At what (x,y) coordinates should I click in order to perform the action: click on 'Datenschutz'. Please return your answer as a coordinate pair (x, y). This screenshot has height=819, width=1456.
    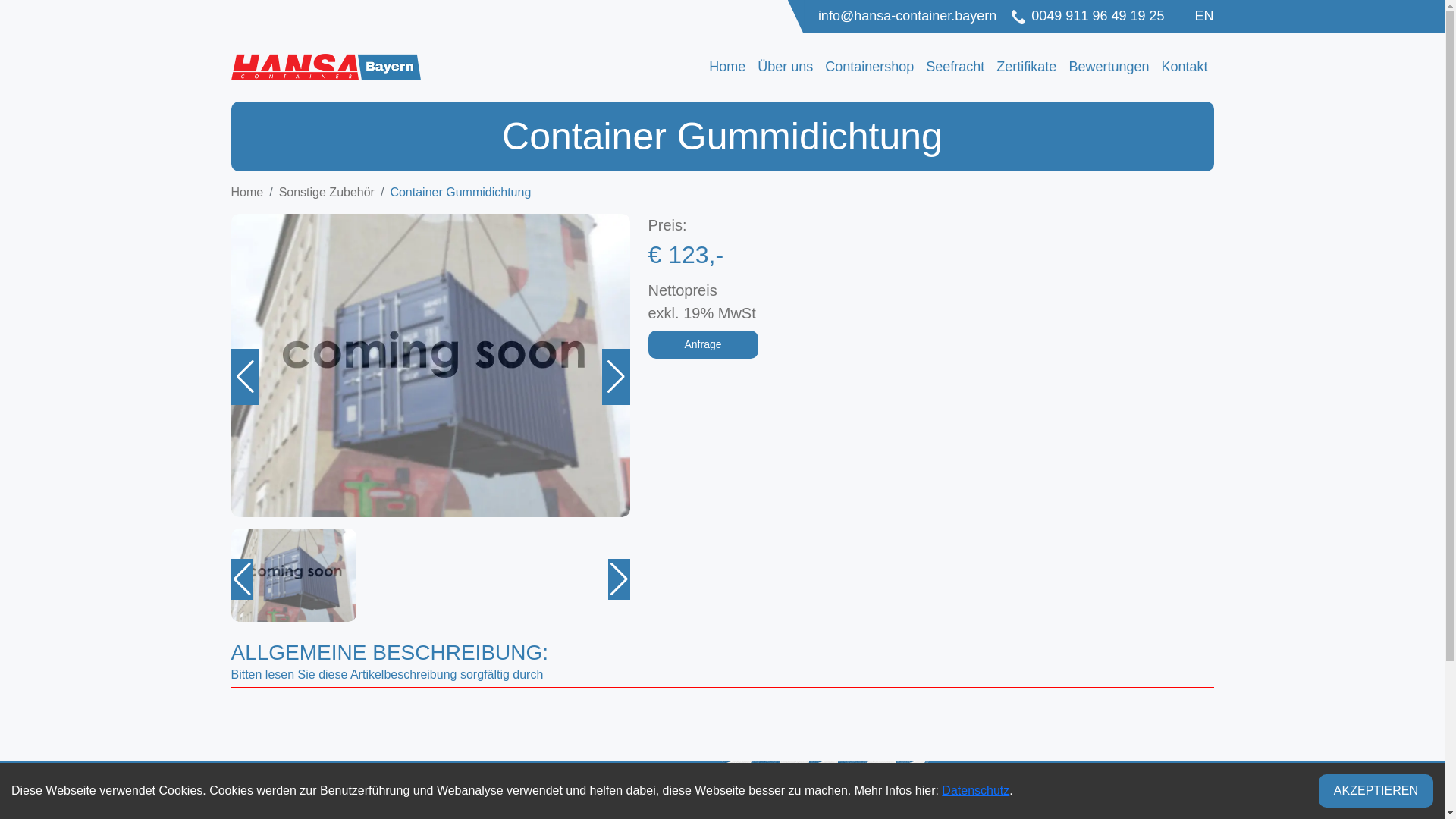
    Looking at the image, I should click on (941, 789).